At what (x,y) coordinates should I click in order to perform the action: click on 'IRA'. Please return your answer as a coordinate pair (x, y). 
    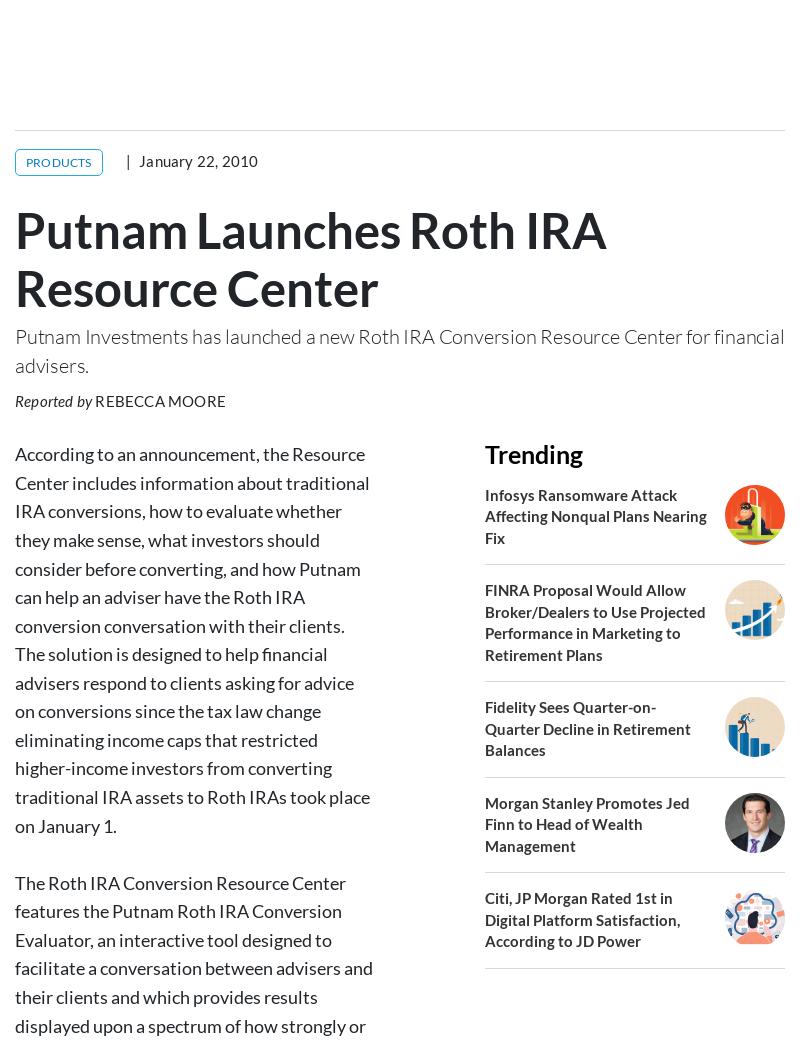
    Looking at the image, I should click on (251, 693).